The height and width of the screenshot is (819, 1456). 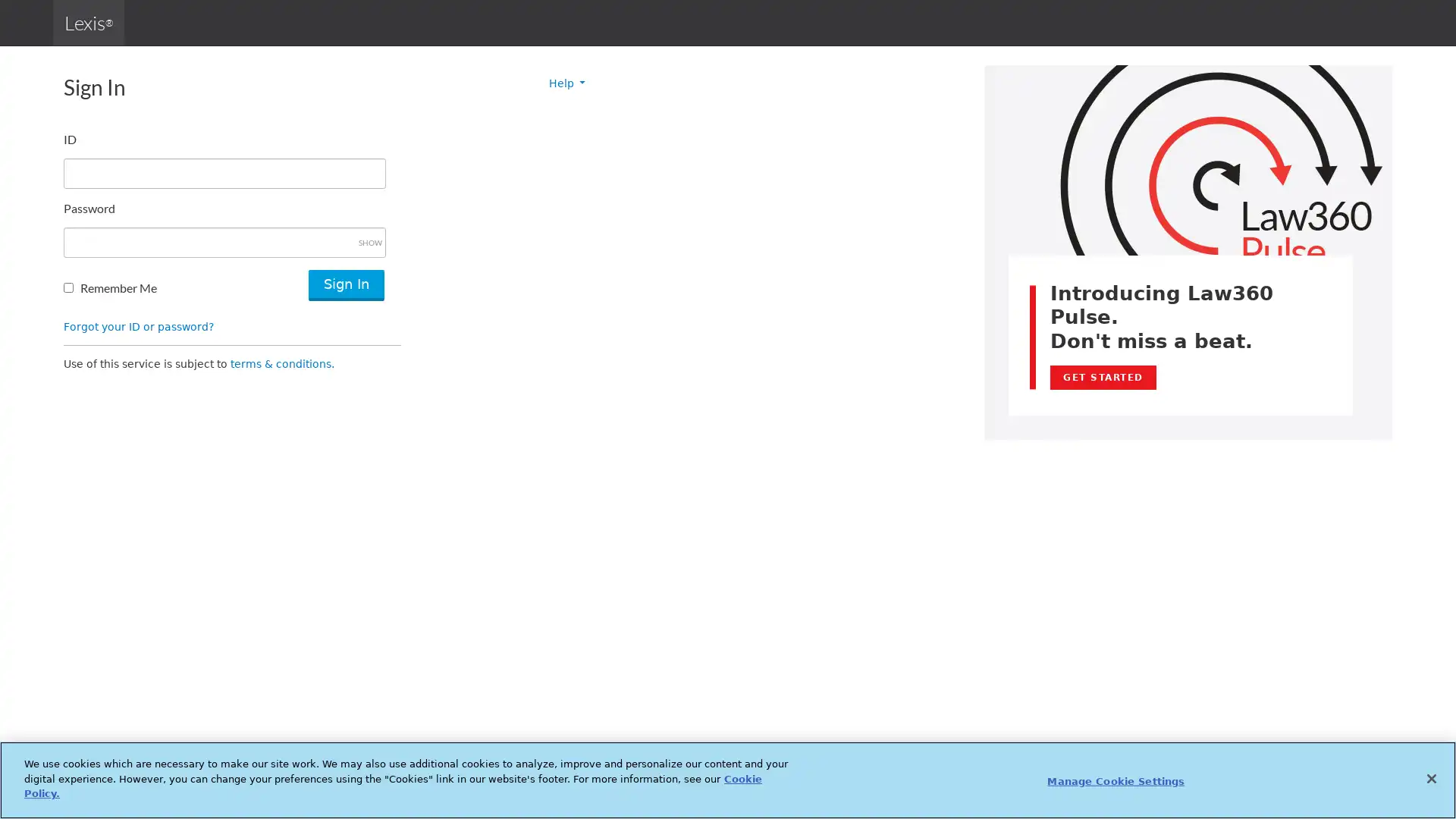 What do you see at coordinates (1430, 778) in the screenshot?
I see `Close` at bounding box center [1430, 778].